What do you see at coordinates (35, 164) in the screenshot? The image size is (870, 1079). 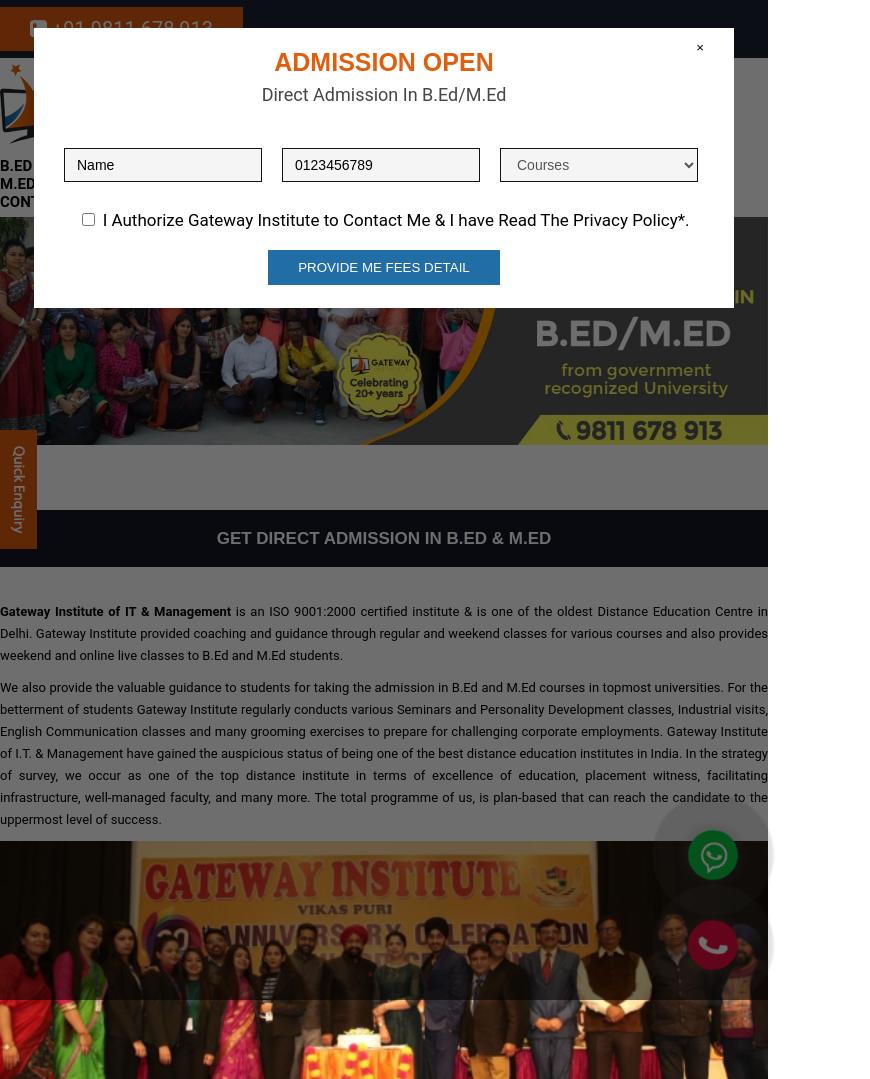 I see `'B.Ed CRSU'` at bounding box center [35, 164].